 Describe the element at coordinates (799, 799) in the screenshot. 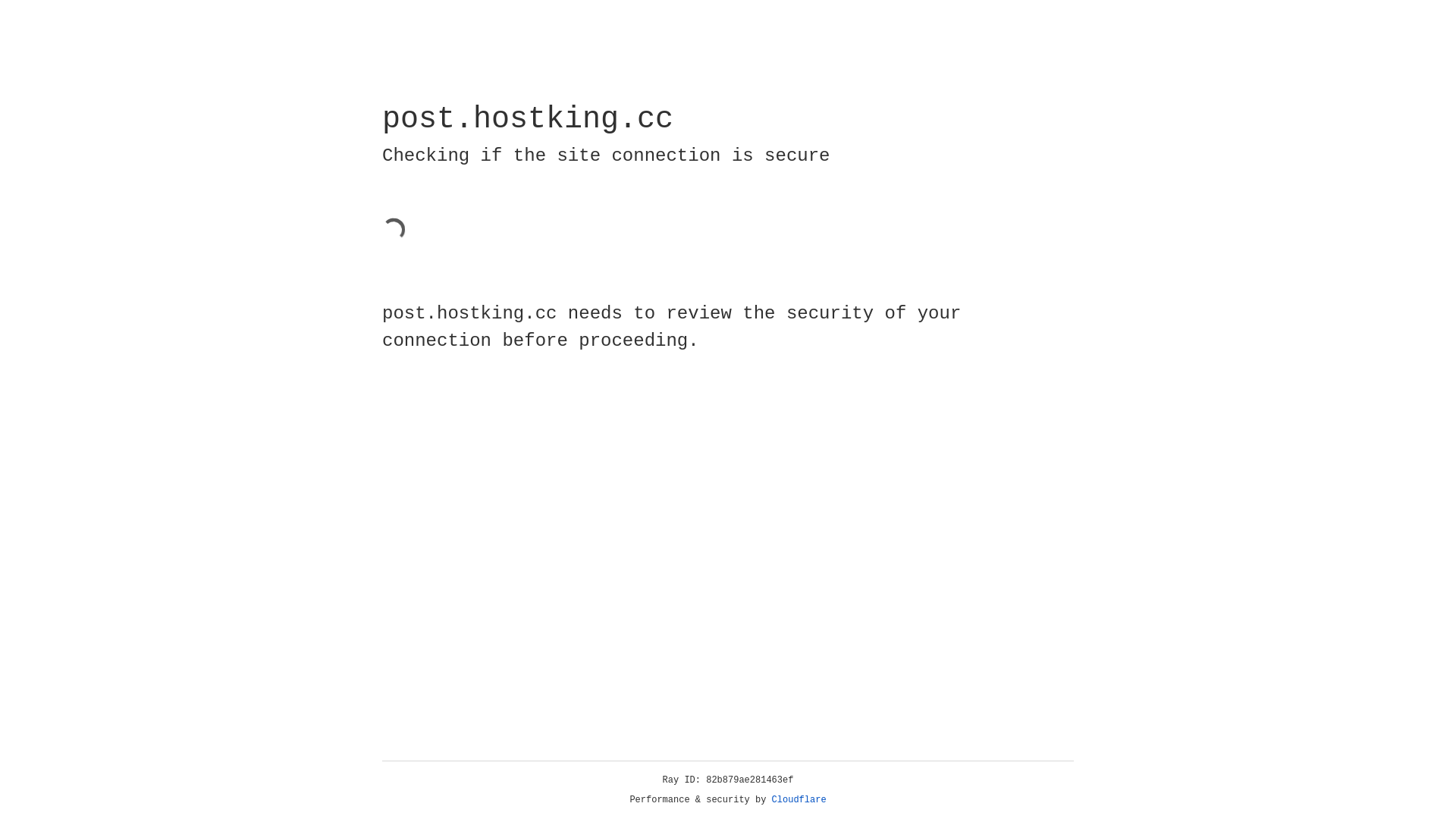

I see `'Cloudflare'` at that location.